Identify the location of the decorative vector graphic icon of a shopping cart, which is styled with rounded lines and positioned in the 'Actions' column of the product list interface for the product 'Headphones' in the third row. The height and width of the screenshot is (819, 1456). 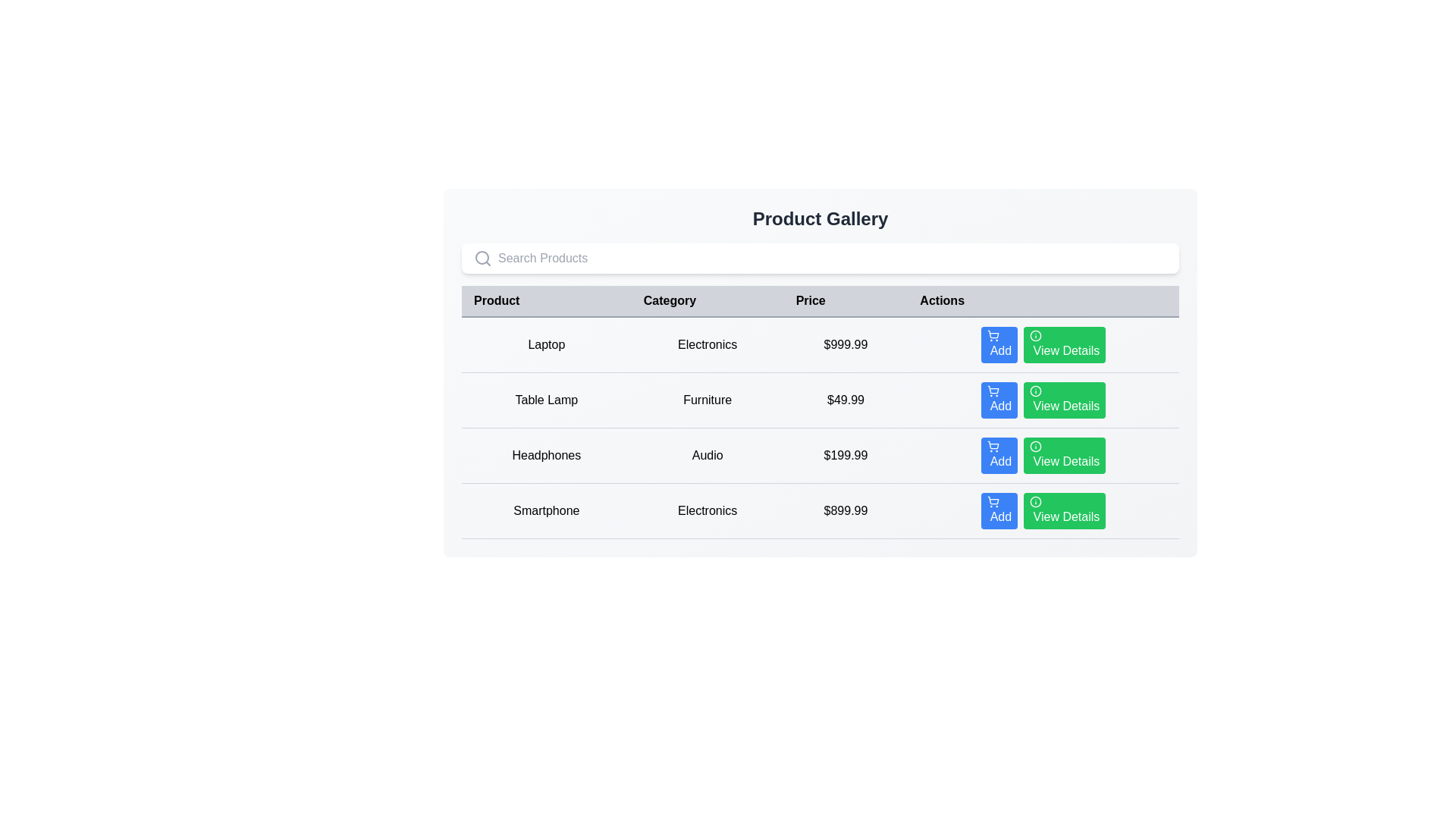
(993, 444).